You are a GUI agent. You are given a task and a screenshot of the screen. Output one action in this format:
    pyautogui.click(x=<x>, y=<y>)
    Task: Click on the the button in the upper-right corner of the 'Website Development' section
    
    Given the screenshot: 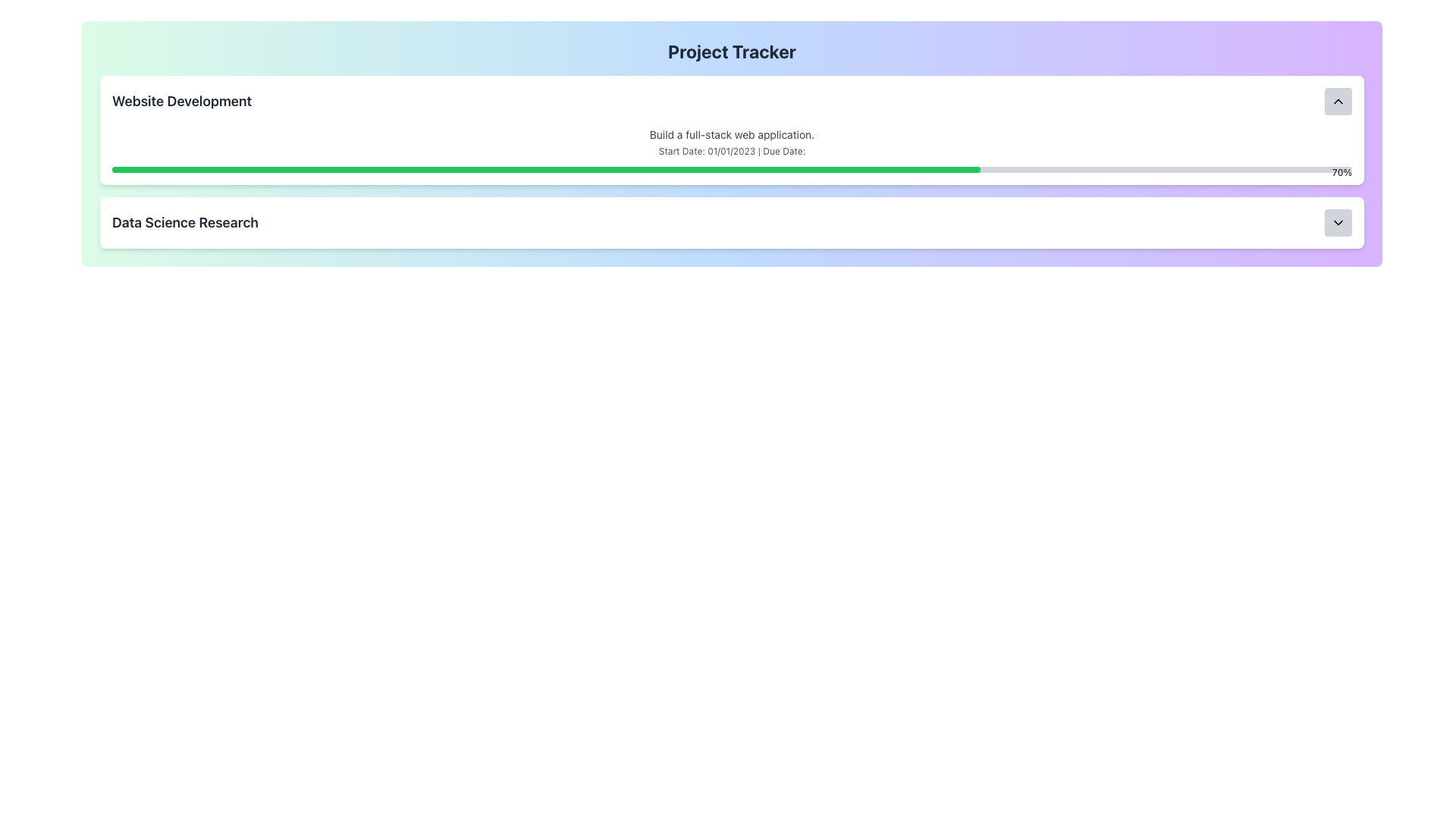 What is the action you would take?
    pyautogui.click(x=1338, y=102)
    